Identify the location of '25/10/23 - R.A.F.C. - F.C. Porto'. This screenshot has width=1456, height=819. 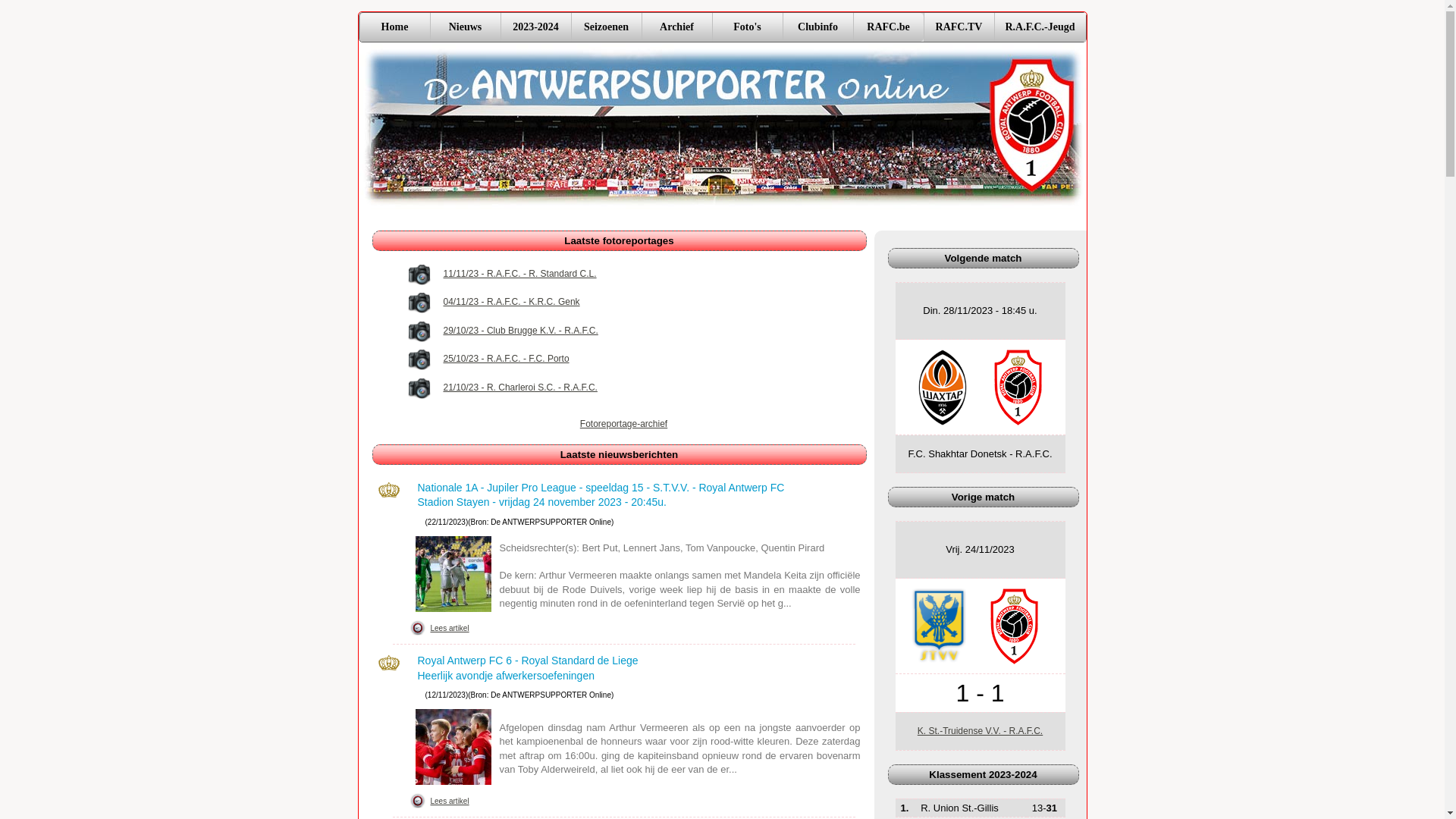
(506, 359).